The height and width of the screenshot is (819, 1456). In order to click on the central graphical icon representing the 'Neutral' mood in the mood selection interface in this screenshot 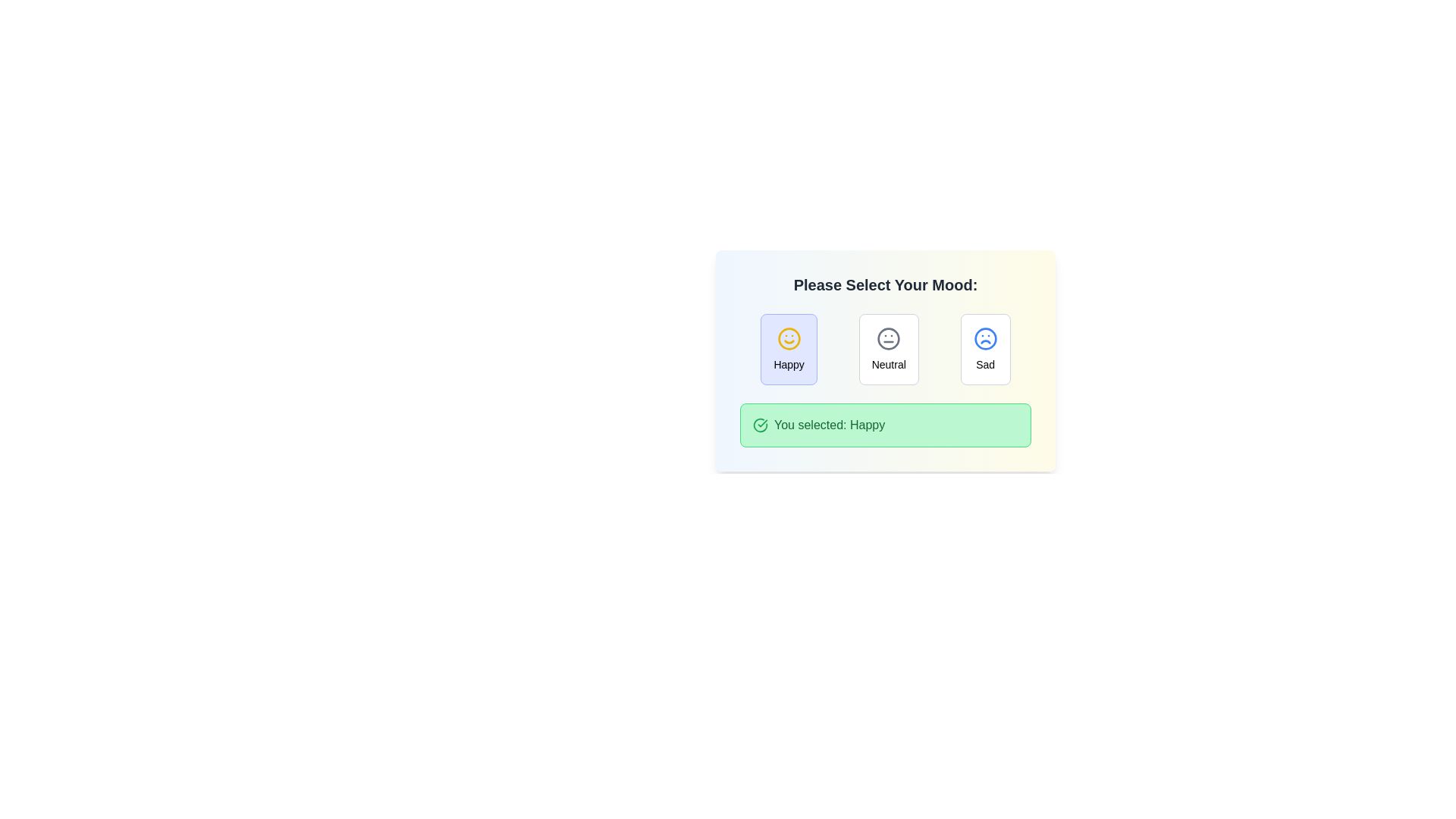, I will do `click(889, 338)`.